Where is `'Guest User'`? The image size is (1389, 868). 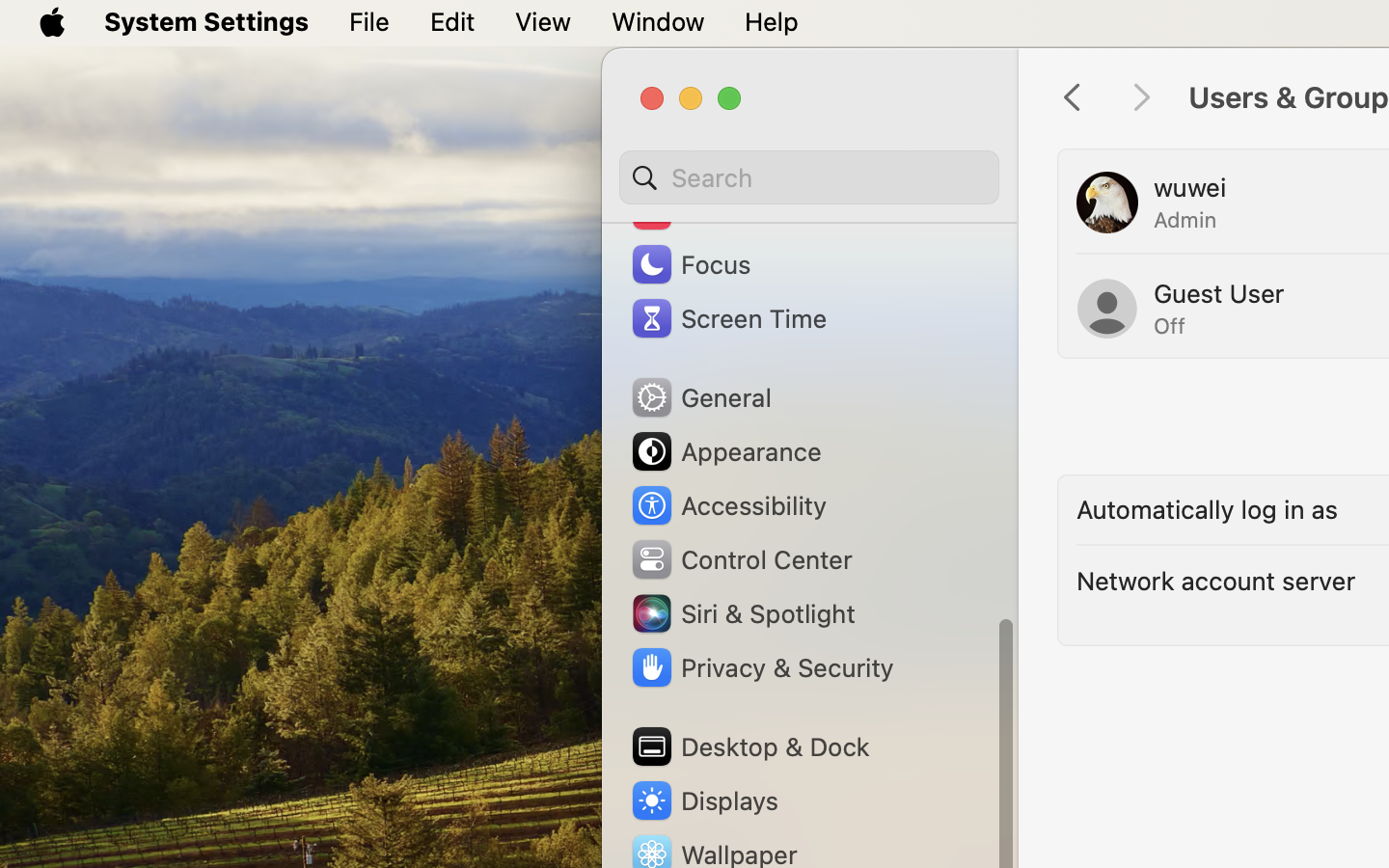
'Guest User' is located at coordinates (1219, 292).